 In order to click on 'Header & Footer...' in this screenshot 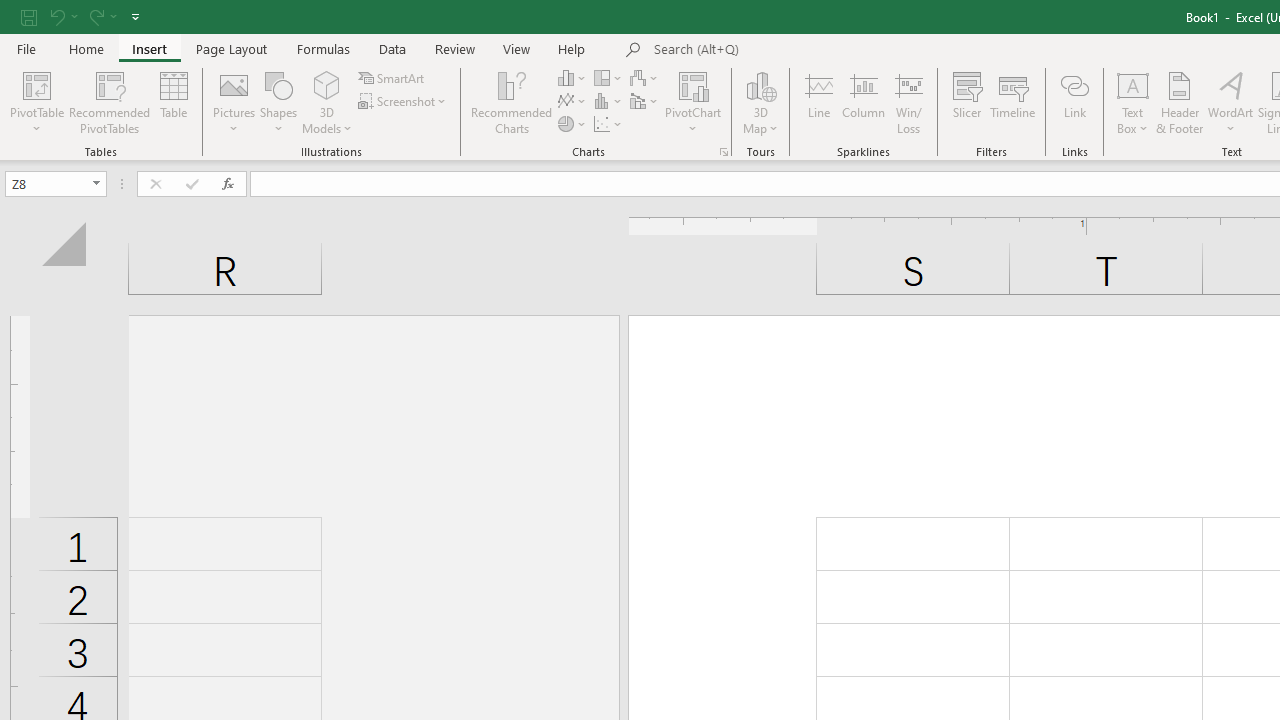, I will do `click(1180, 103)`.